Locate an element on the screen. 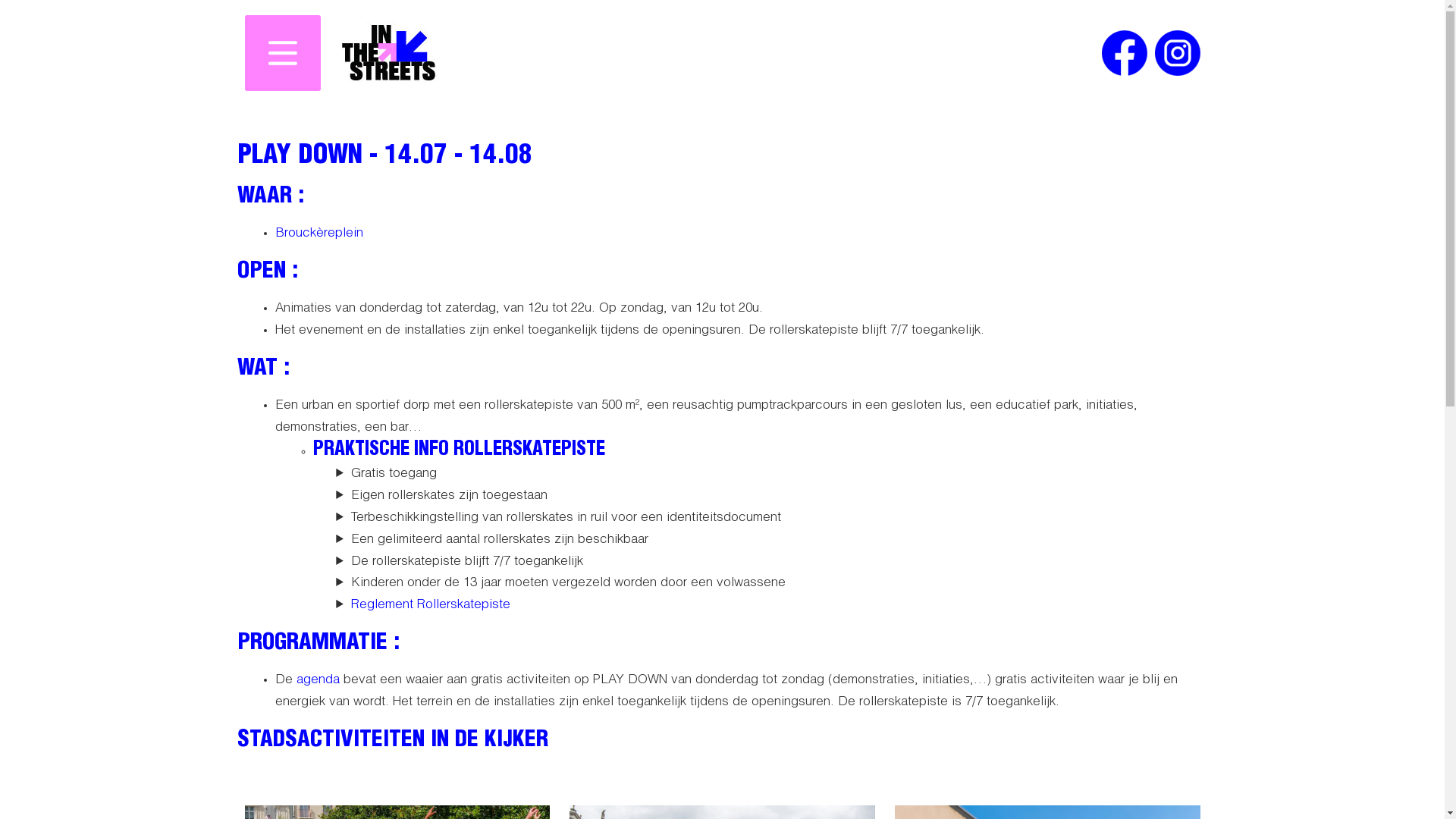  'agenda' is located at coordinates (316, 679).